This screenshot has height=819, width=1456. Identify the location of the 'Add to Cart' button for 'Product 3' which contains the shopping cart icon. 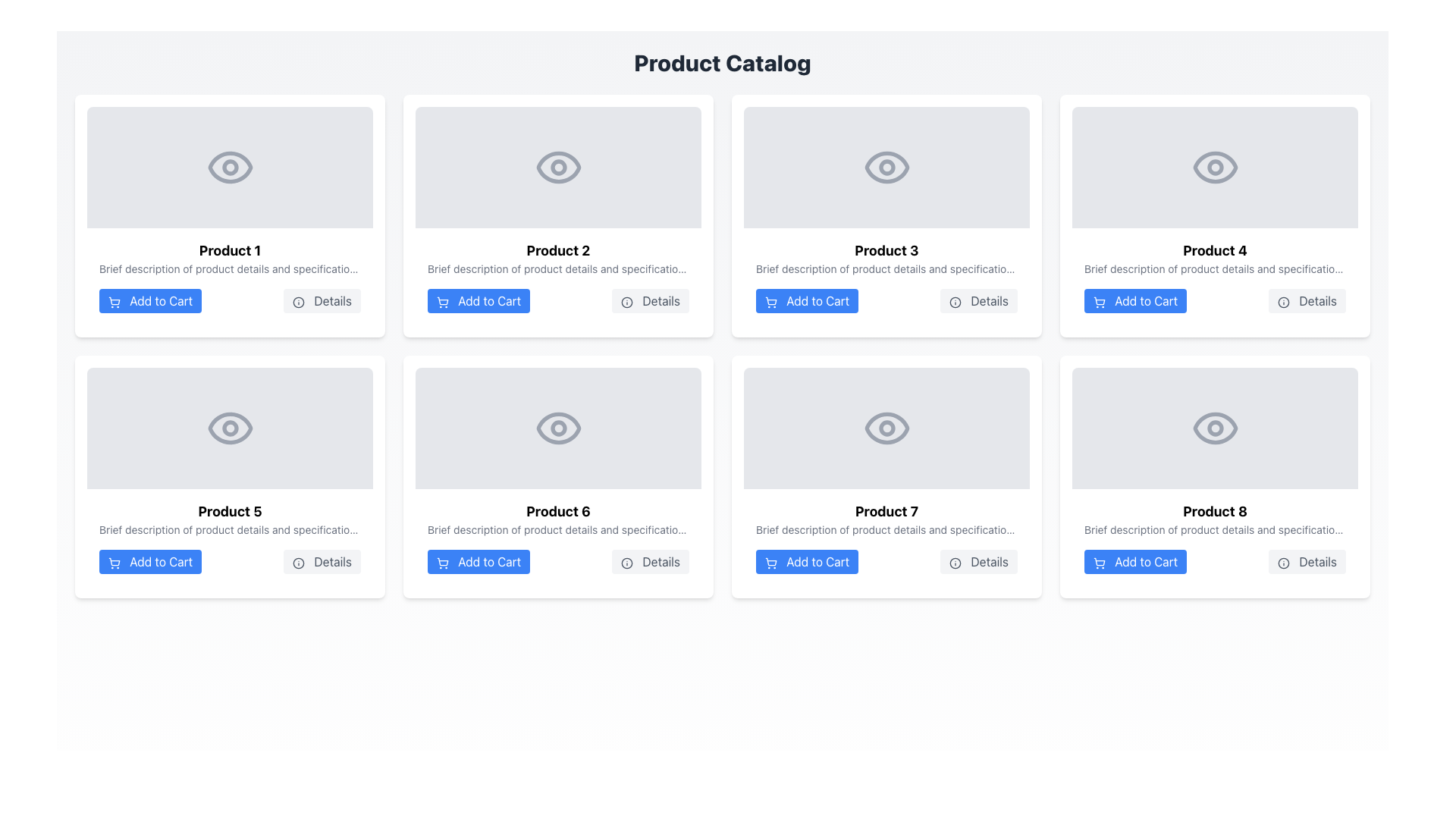
(771, 301).